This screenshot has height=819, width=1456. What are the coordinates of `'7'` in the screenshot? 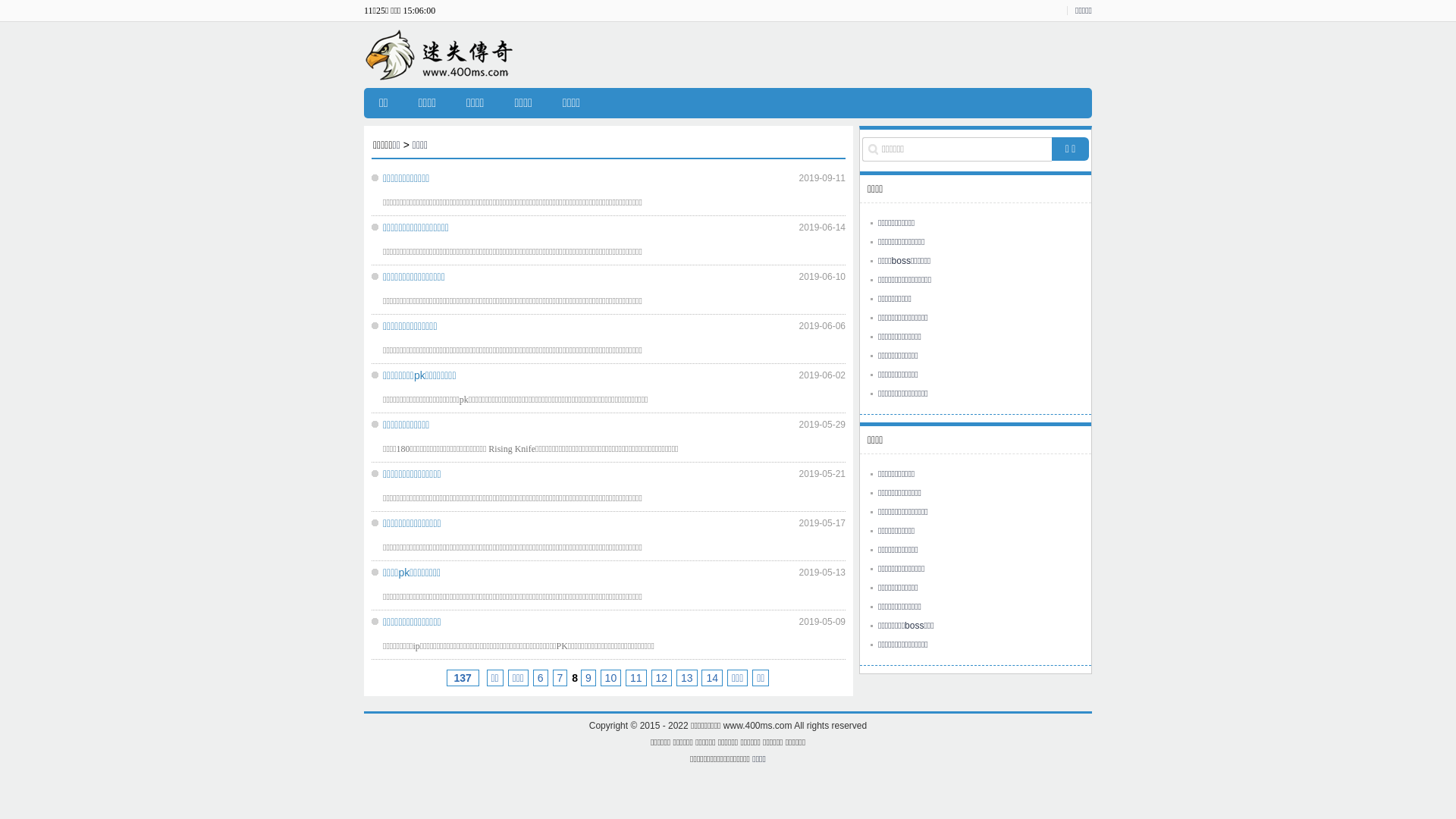 It's located at (560, 677).